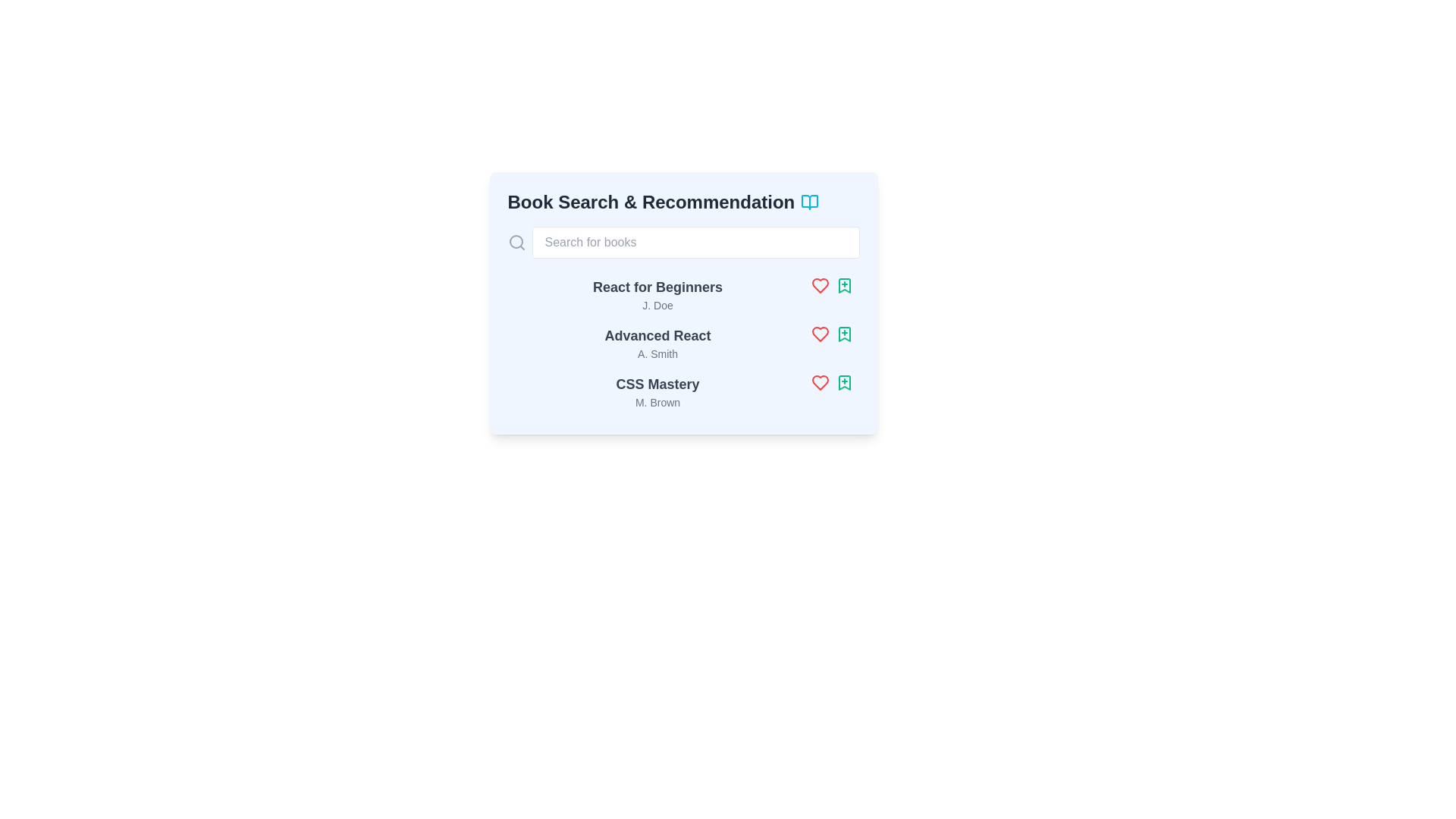 The width and height of the screenshot is (1456, 819). I want to click on the static text label displaying 'A. Smith', which is located below 'Advanced React' within the 'Book Search & Recommendation' panel, so click(657, 353).